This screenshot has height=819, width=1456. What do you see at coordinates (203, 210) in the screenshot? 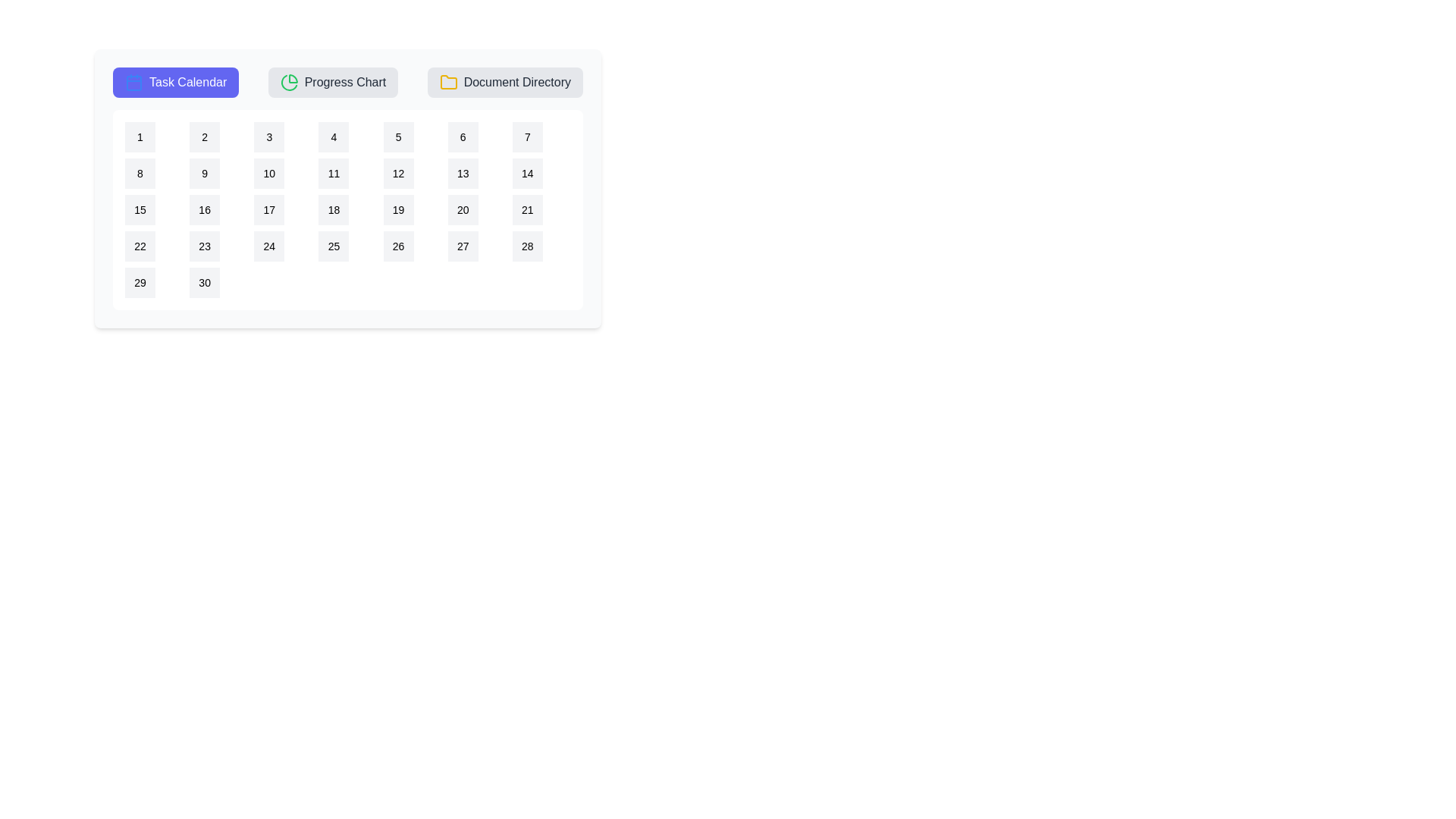
I see `the calendar date 16` at bounding box center [203, 210].